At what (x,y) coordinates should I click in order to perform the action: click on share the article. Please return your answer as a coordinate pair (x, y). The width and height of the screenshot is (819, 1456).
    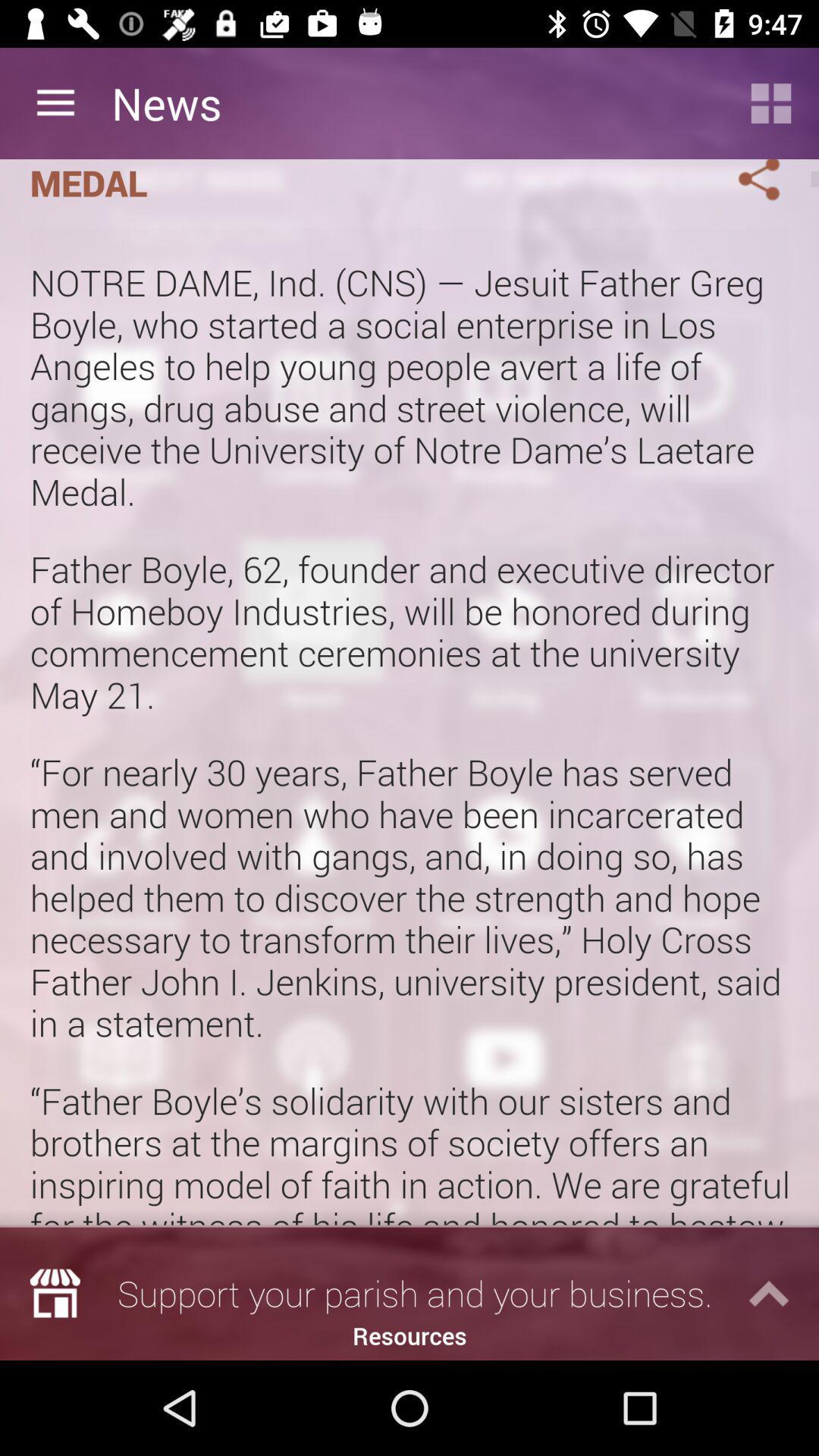
    Looking at the image, I should click on (740, 183).